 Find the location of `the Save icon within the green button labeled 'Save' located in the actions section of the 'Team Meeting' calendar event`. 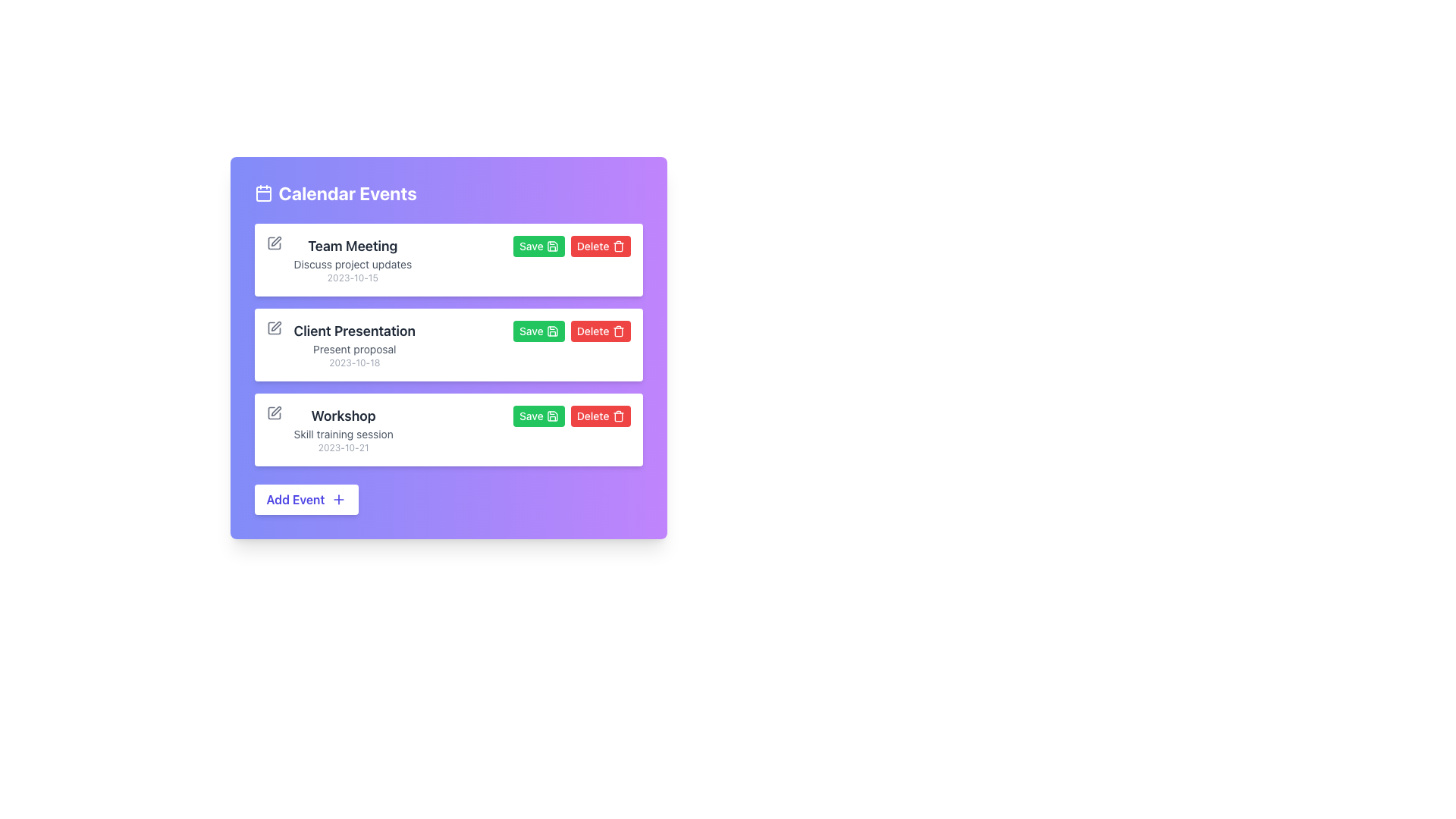

the Save icon within the green button labeled 'Save' located in the actions section of the 'Team Meeting' calendar event is located at coordinates (551, 245).